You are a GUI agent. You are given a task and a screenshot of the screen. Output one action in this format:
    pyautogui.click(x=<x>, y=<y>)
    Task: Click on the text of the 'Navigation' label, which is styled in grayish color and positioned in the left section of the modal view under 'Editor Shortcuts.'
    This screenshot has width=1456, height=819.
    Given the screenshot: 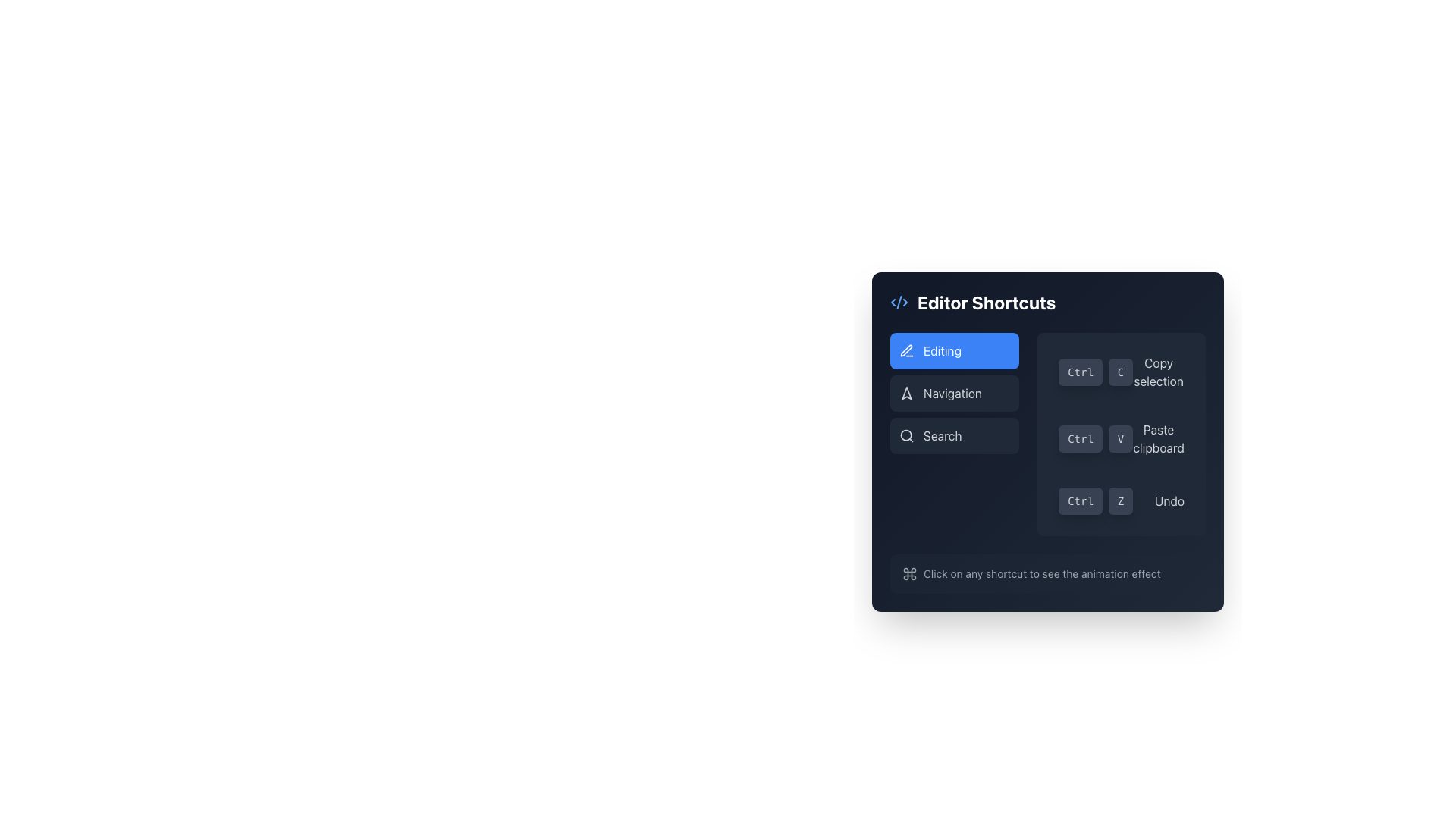 What is the action you would take?
    pyautogui.click(x=952, y=393)
    